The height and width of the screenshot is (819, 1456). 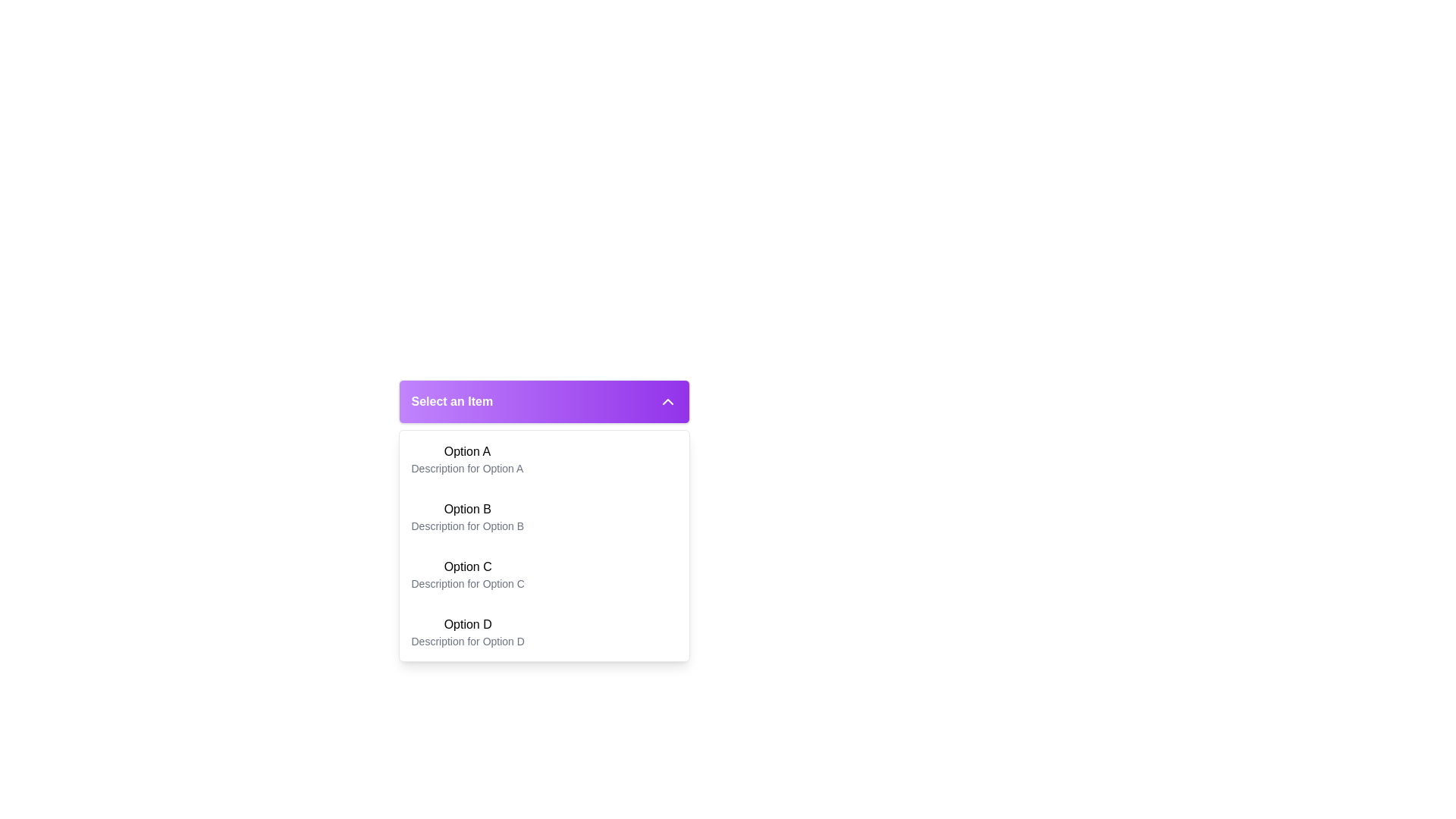 I want to click on text of the title for the first selectable option in the dropdown menu, which is located immediately above the description text 'Description for Option A.', so click(x=466, y=451).